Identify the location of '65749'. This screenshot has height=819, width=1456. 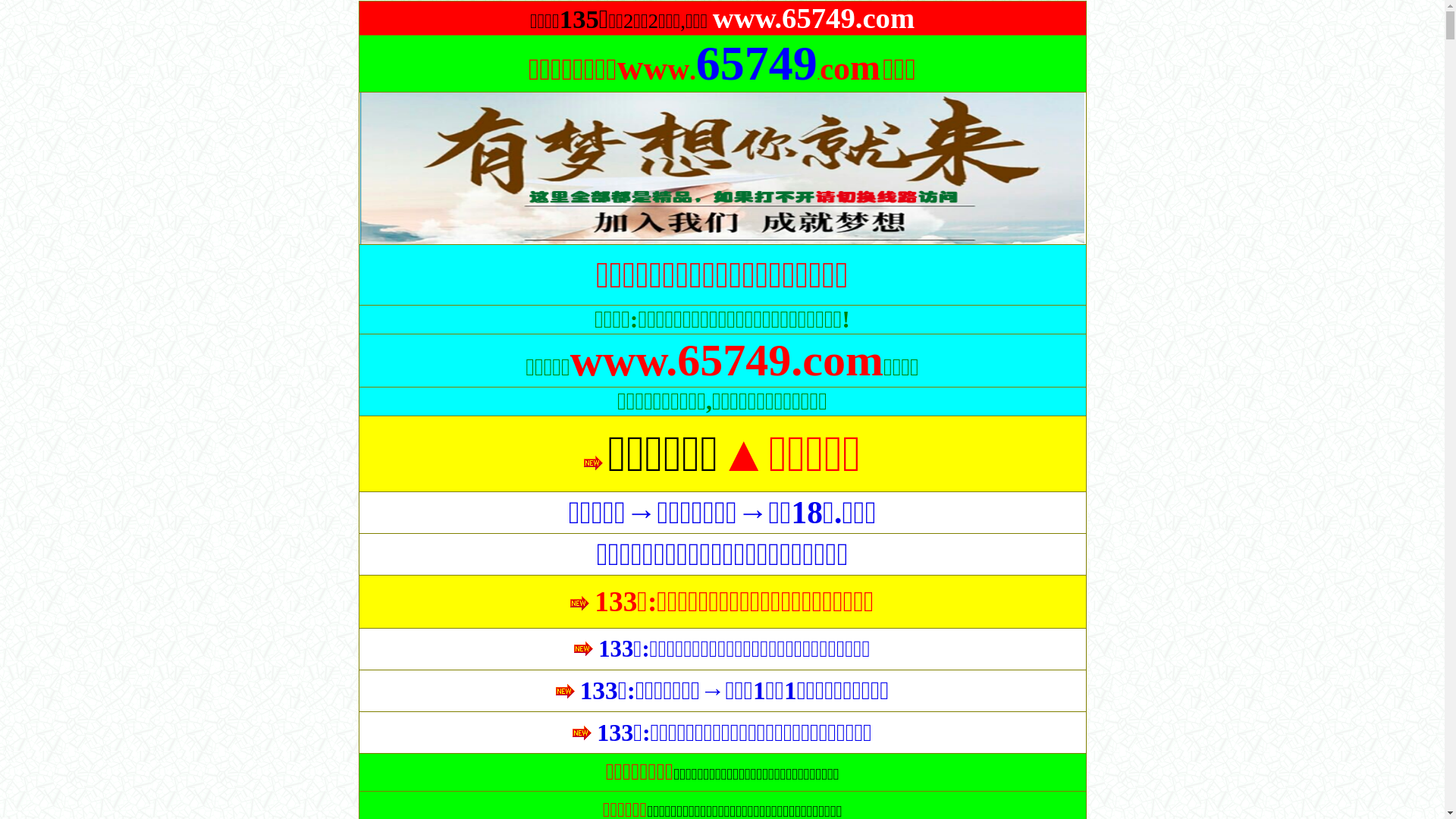
(695, 75).